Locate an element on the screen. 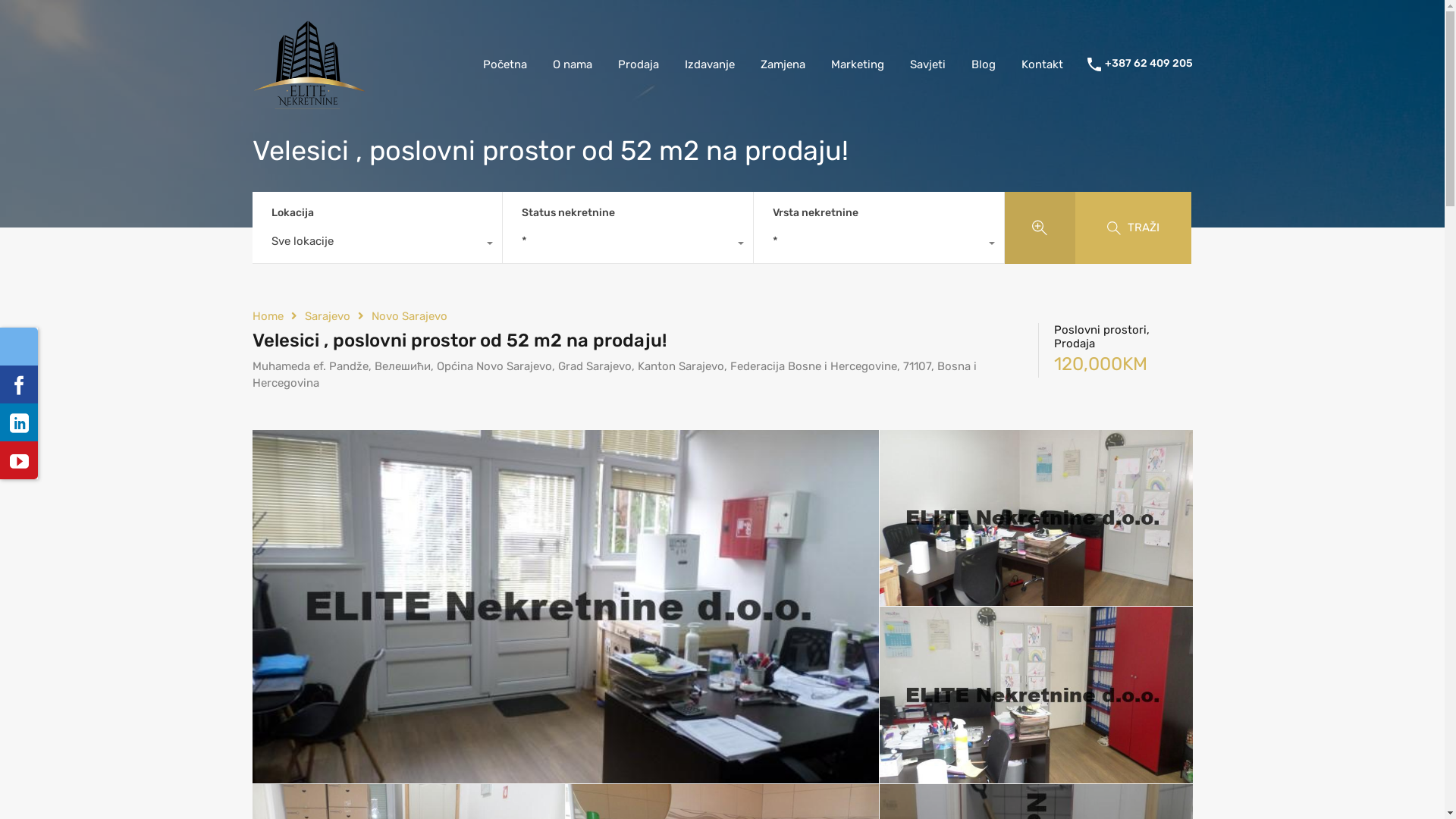 Image resolution: width=1456 pixels, height=819 pixels. 'Kontakt' is located at coordinates (1041, 63).